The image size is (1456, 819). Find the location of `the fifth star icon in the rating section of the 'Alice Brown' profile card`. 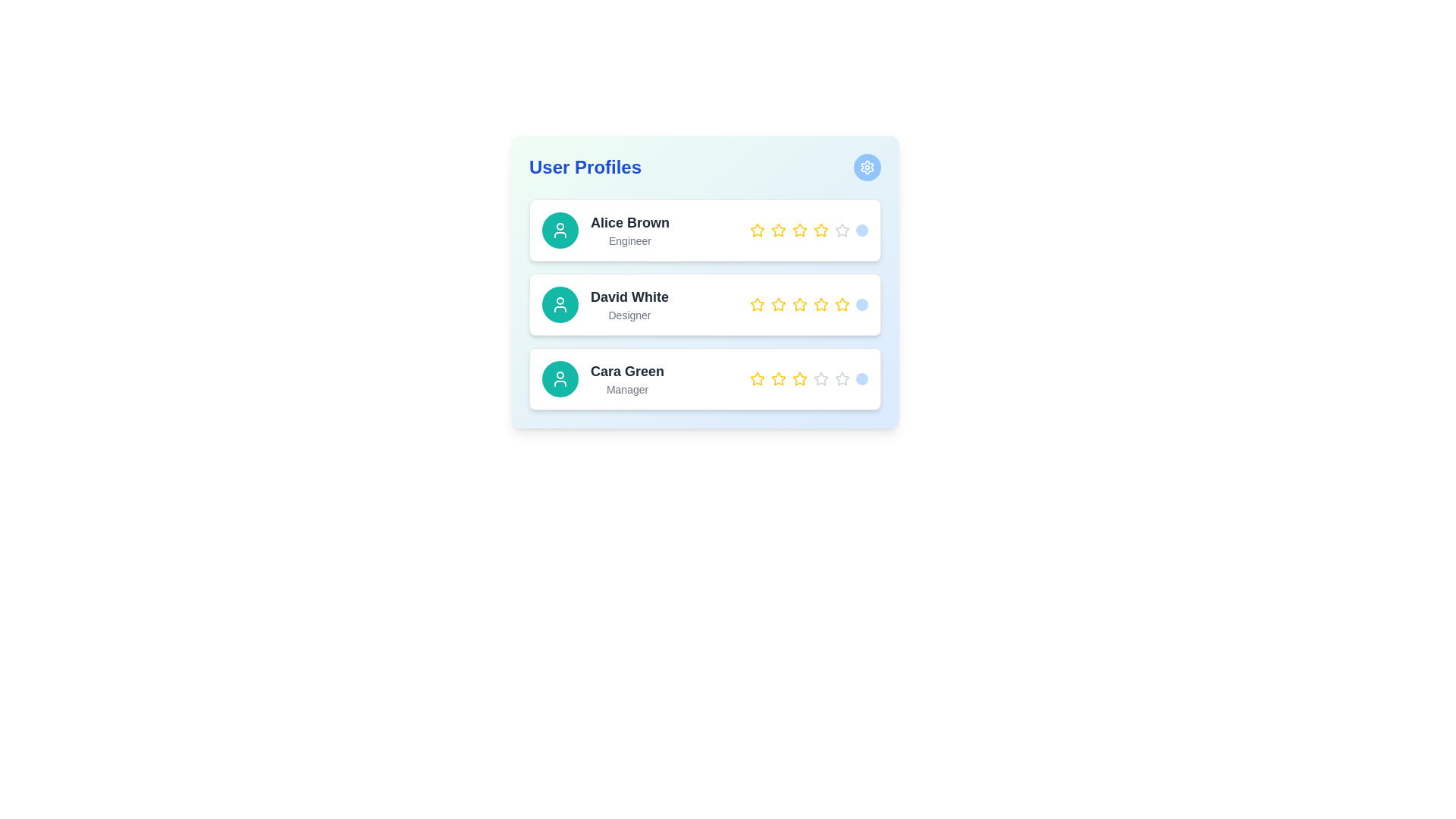

the fifth star icon in the rating section of the 'Alice Brown' profile card is located at coordinates (821, 231).